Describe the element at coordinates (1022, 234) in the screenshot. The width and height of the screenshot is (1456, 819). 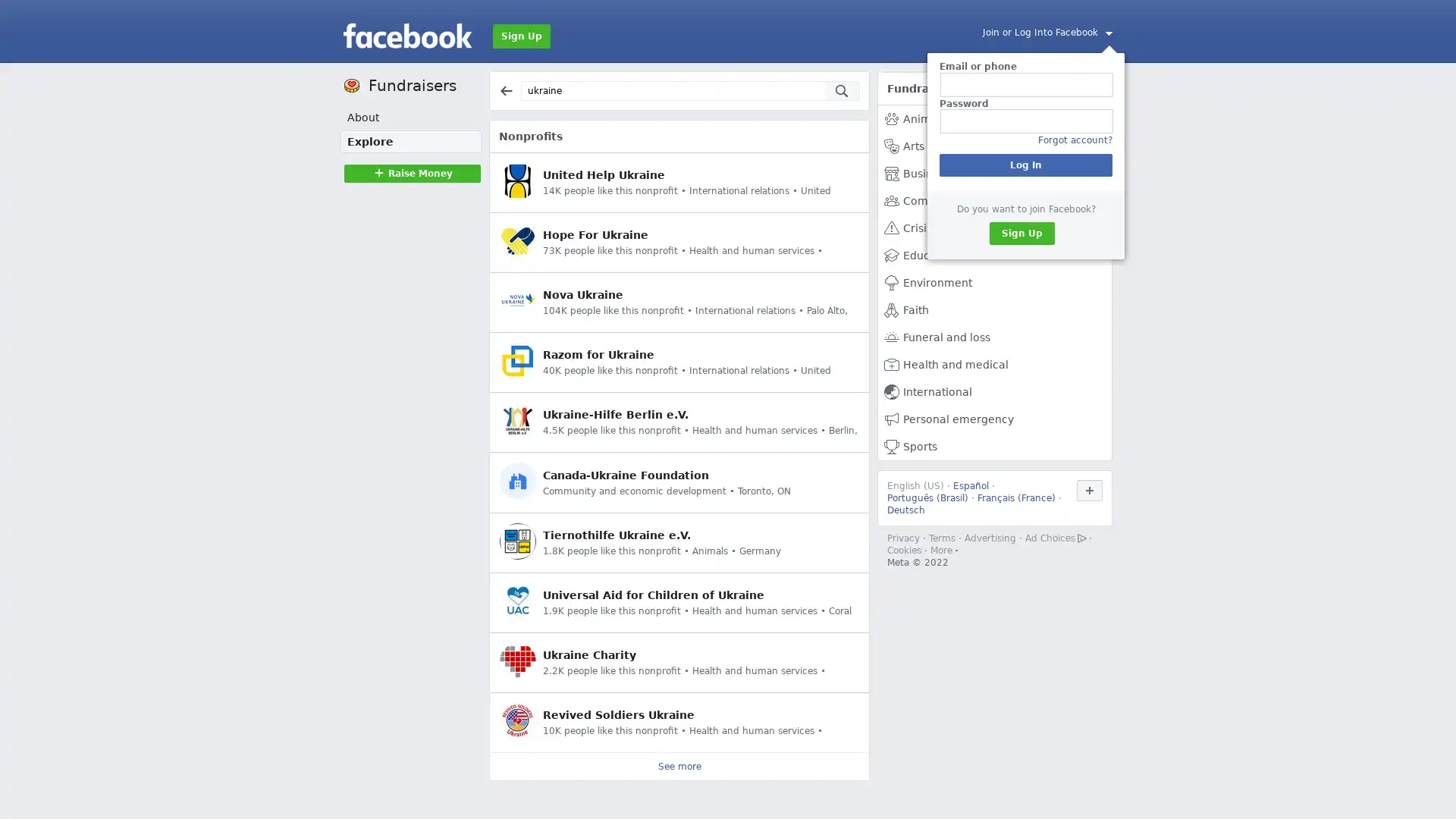
I see `Sign Up` at that location.